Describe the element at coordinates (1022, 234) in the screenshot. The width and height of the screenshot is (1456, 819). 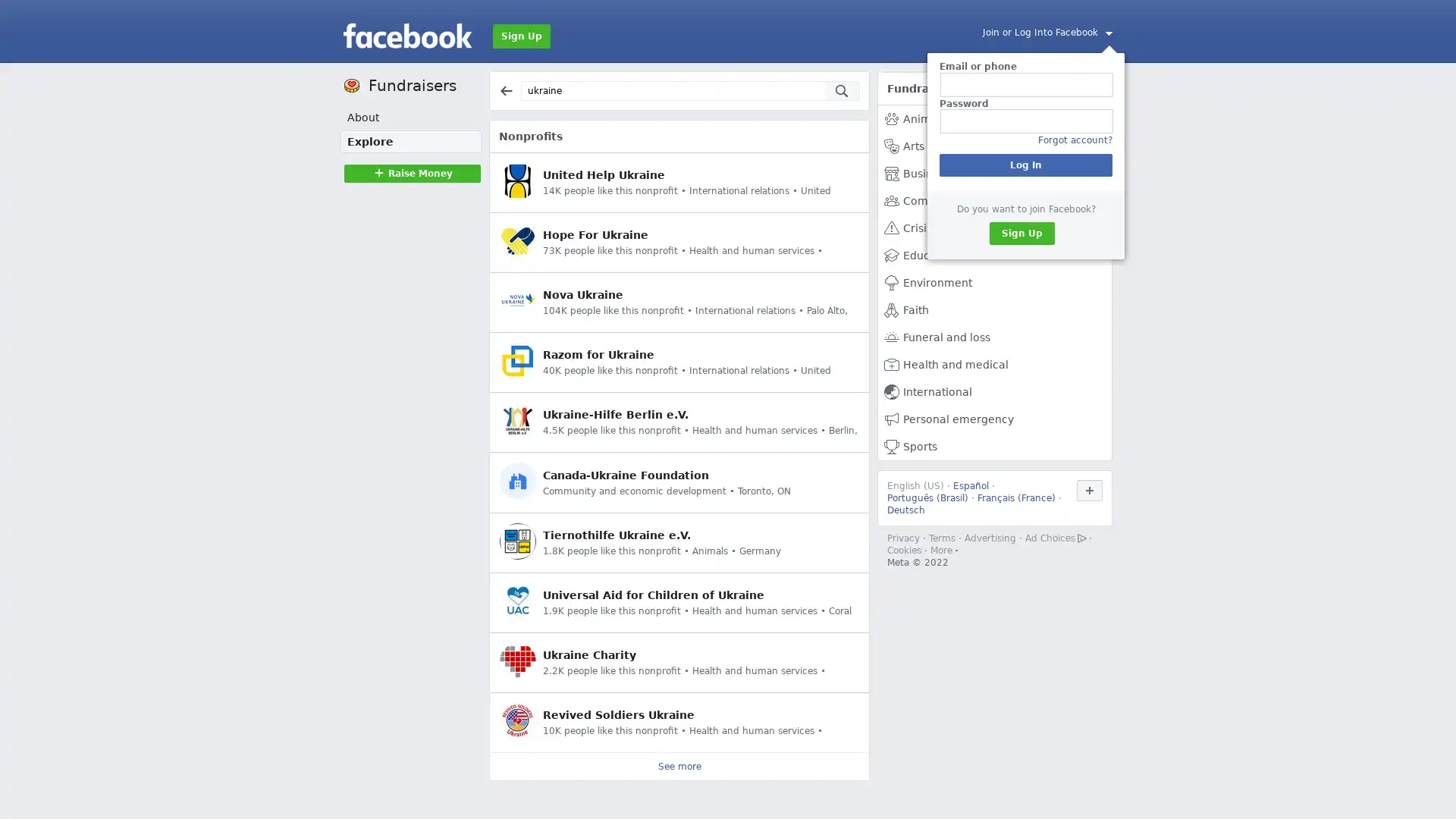
I see `Sign Up` at that location.